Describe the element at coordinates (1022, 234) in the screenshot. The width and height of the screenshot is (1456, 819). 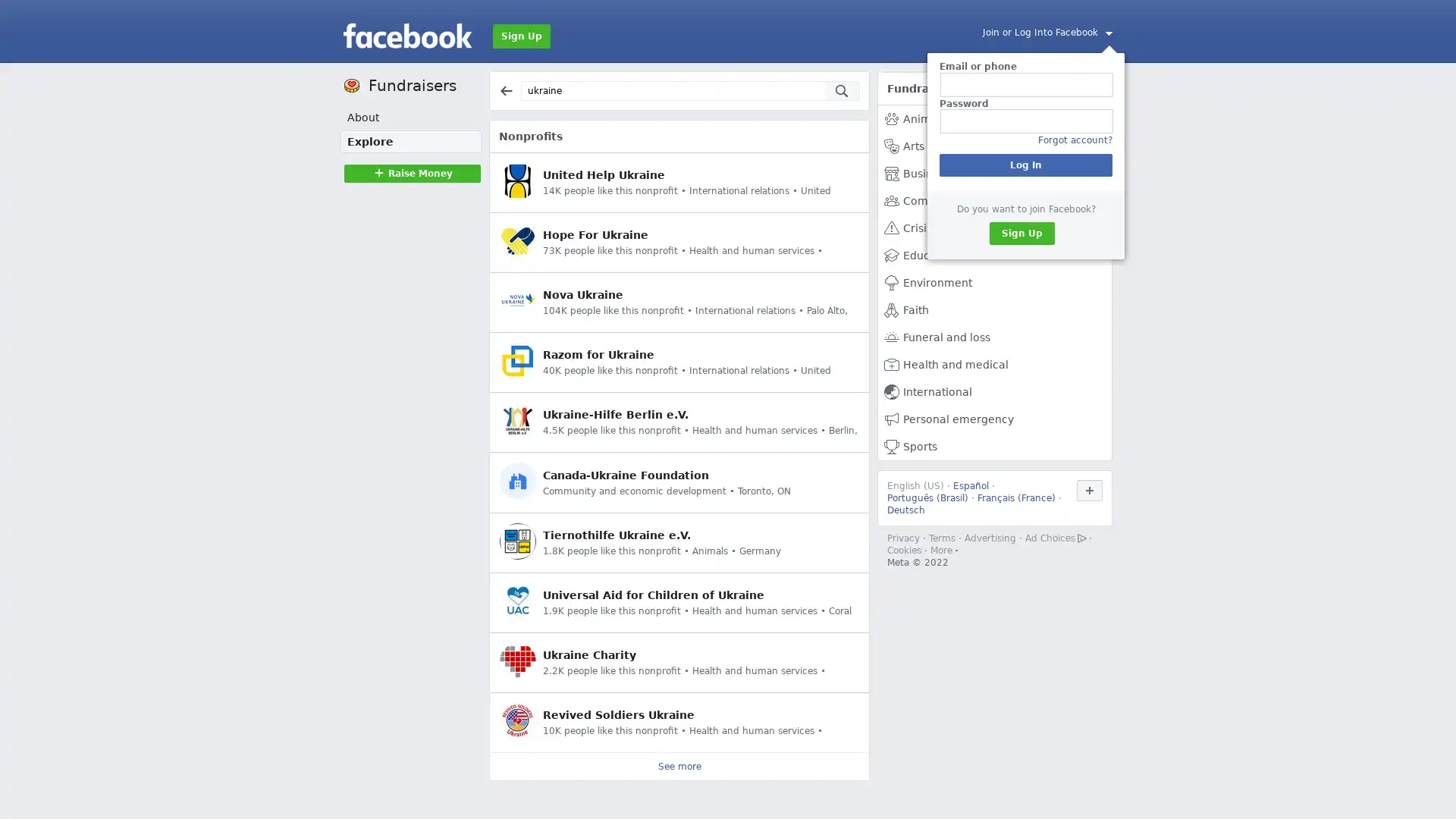
I see `Sign Up` at that location.